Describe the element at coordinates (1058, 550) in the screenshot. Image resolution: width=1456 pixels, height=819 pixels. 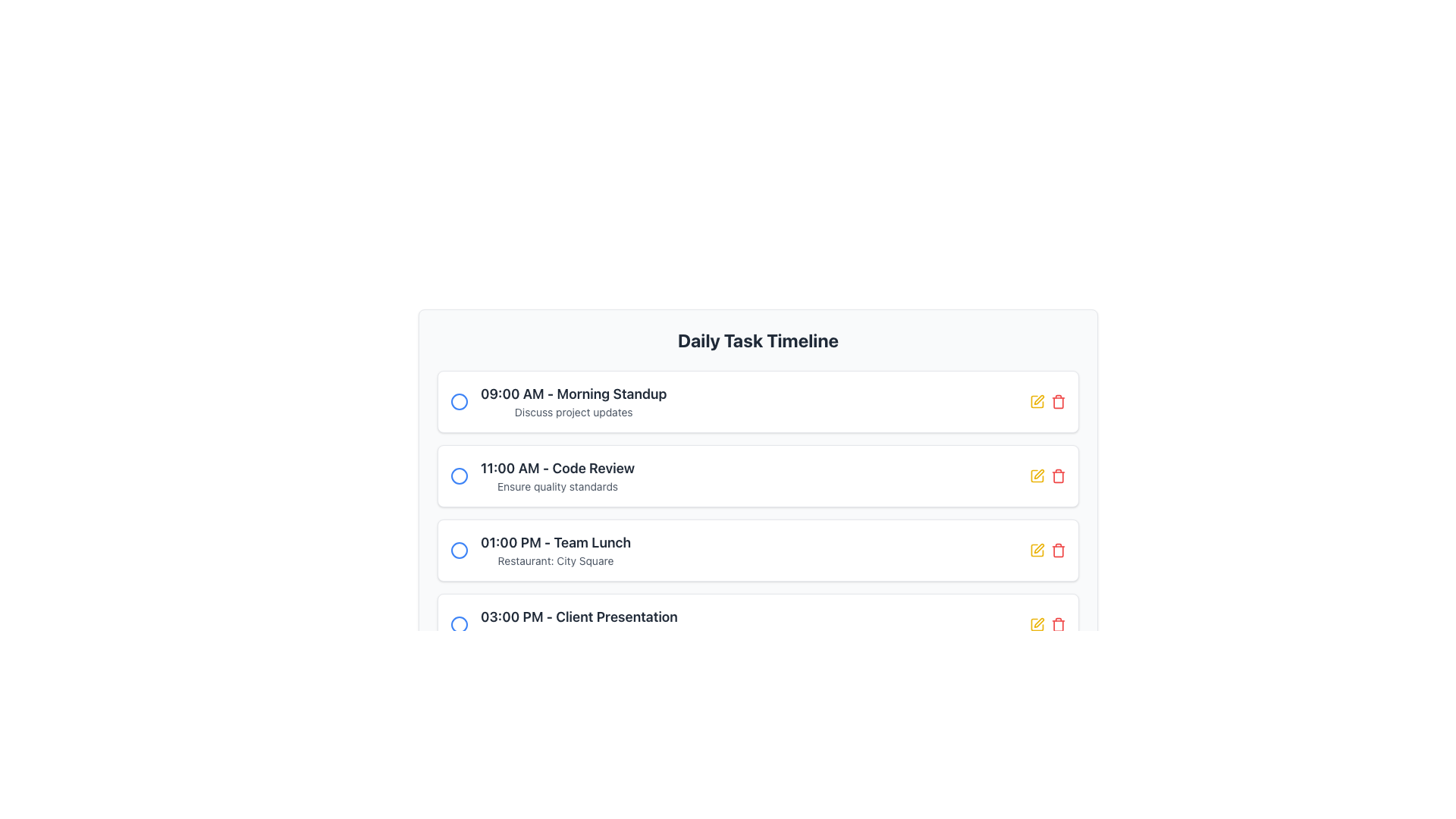
I see `the delete icon button located on the right side of the task row in the timeline view to change its color` at that location.